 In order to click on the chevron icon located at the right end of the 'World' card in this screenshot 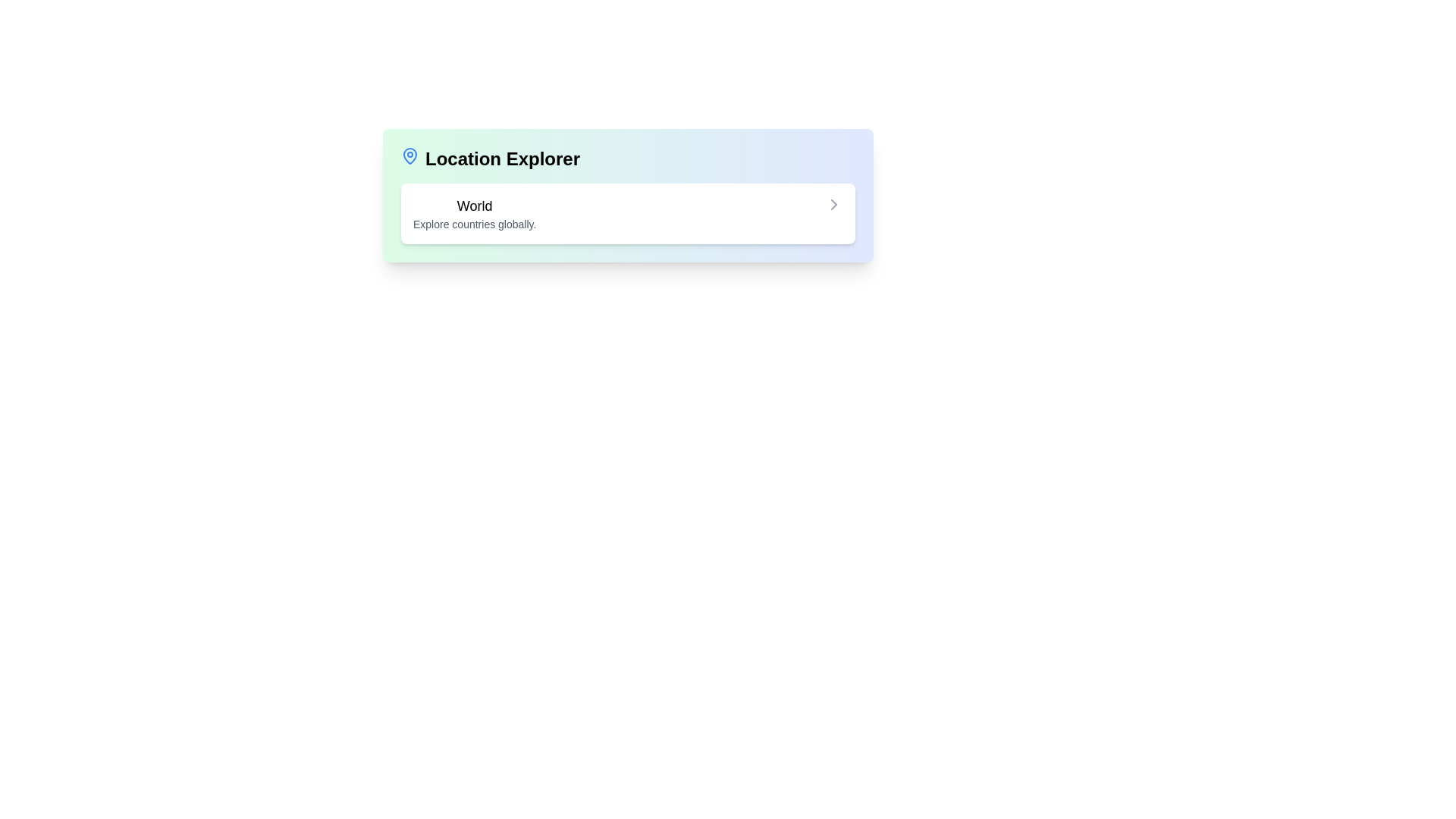, I will do `click(833, 205)`.